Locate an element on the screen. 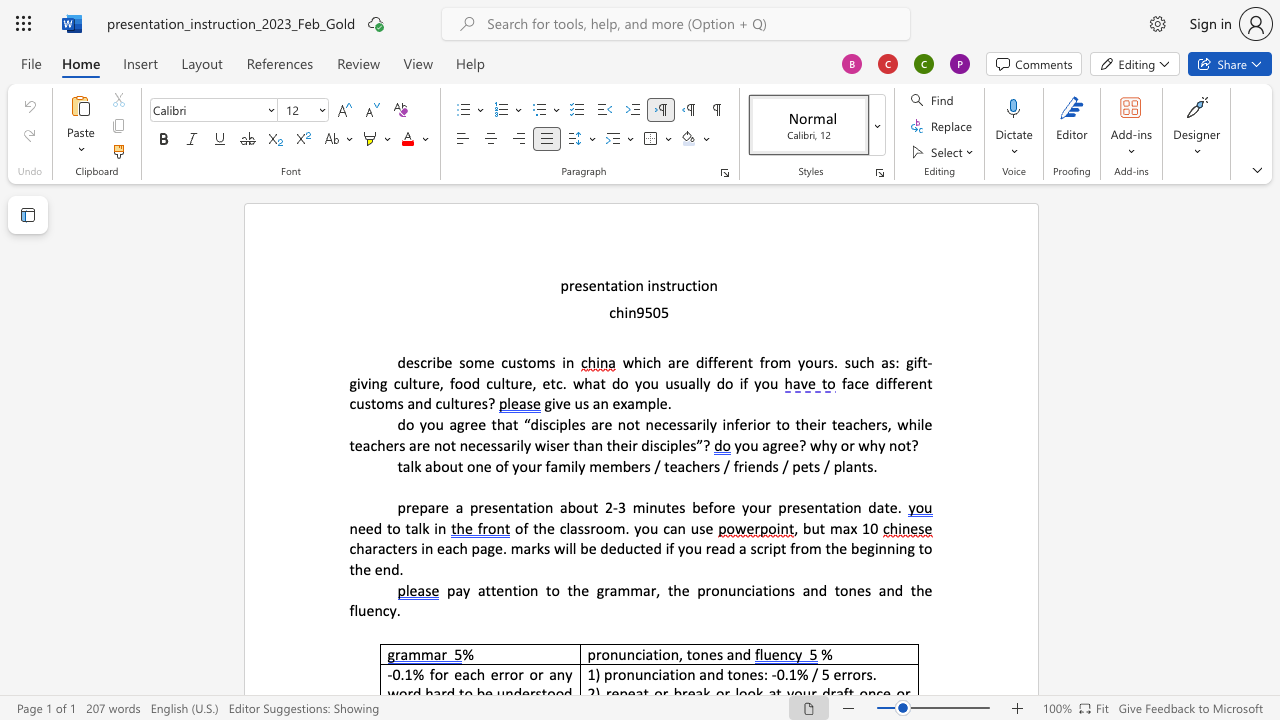 This screenshot has width=1280, height=720. the space between the continuous character "o" and "r" in the text is located at coordinates (720, 506).